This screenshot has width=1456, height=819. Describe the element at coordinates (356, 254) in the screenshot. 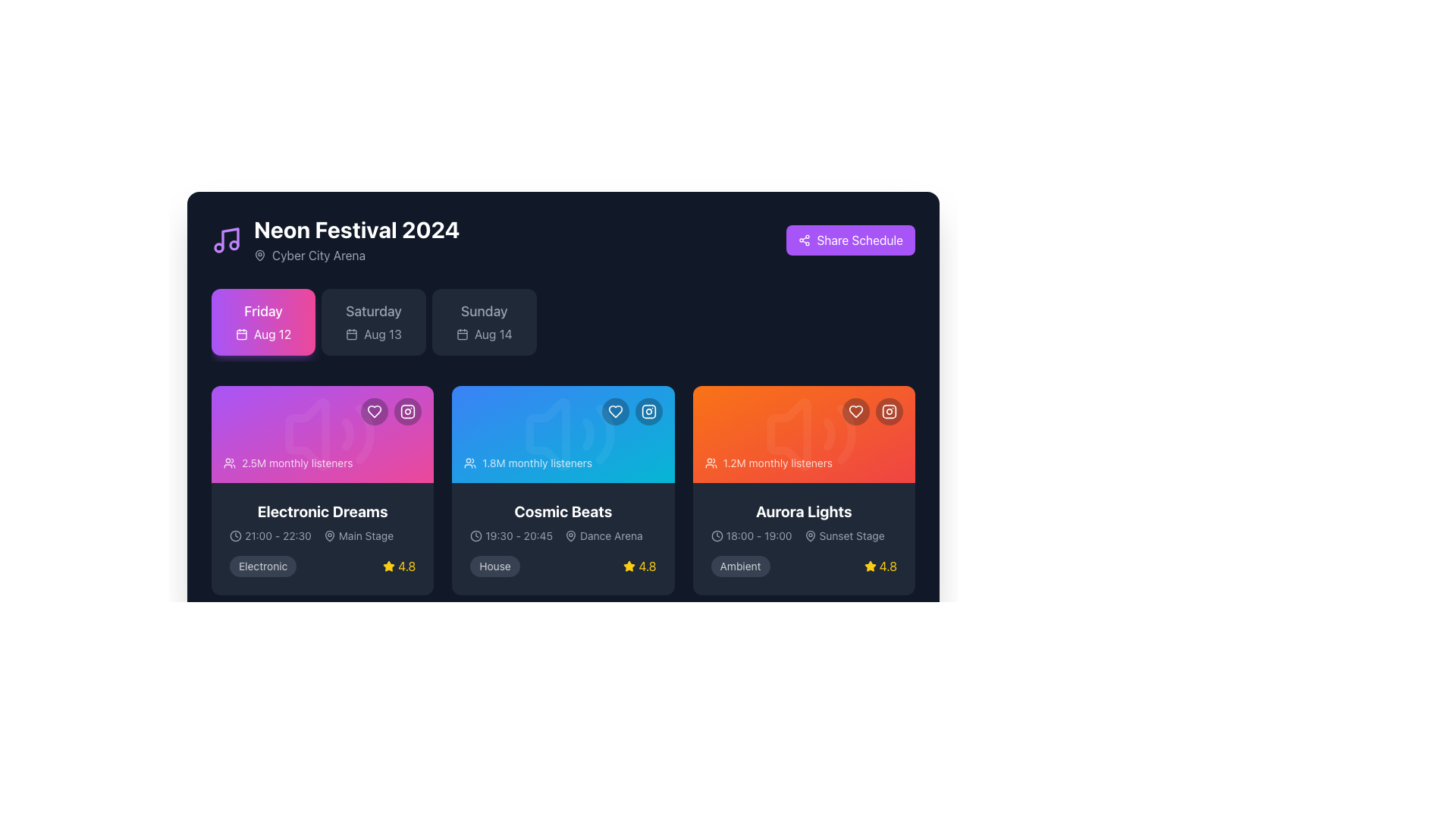

I see `the static text element indicating 'Cyber City Arena', which is located below the 'Neon Festival 2024' header` at that location.